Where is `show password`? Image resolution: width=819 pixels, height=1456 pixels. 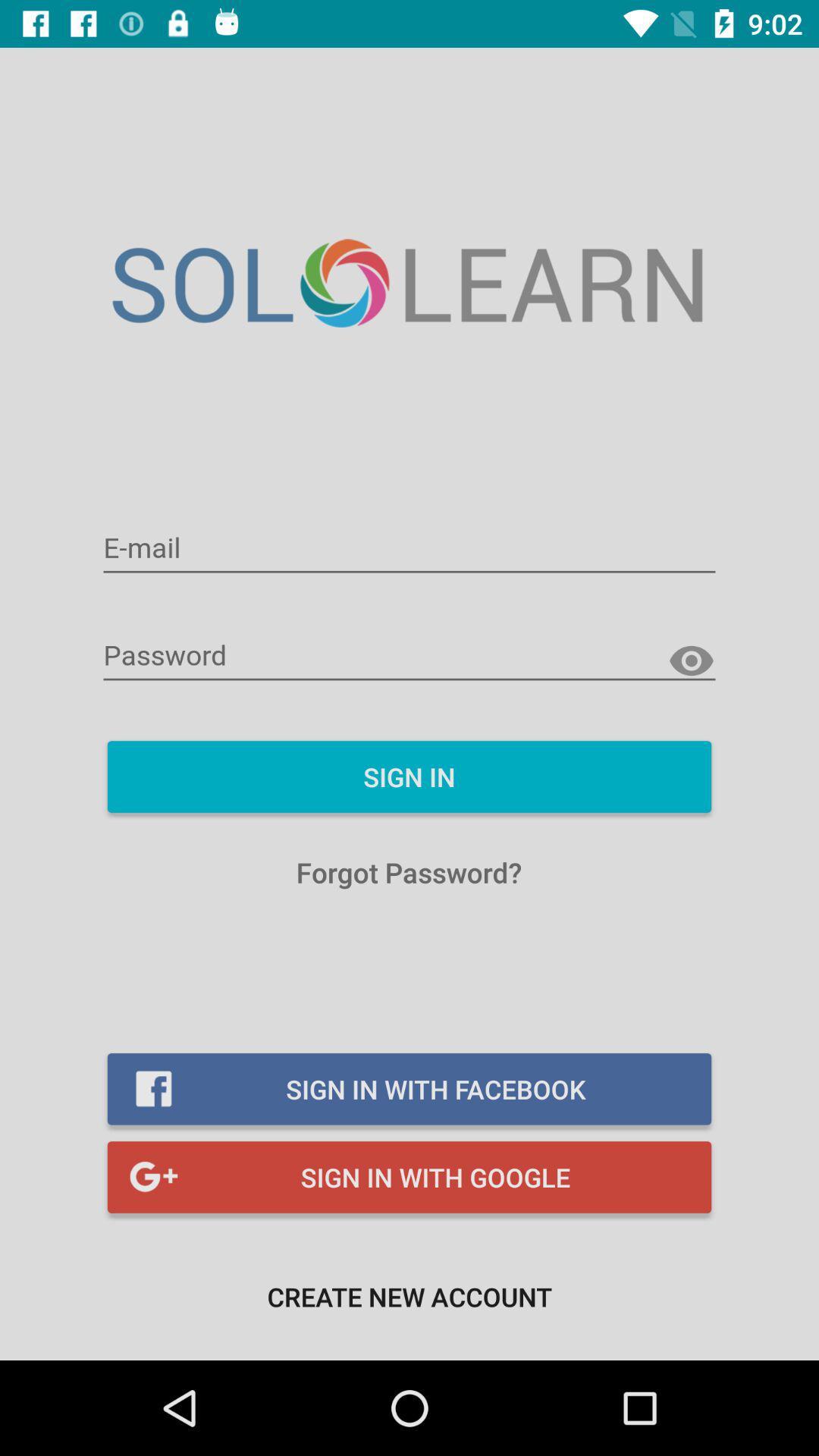
show password is located at coordinates (691, 661).